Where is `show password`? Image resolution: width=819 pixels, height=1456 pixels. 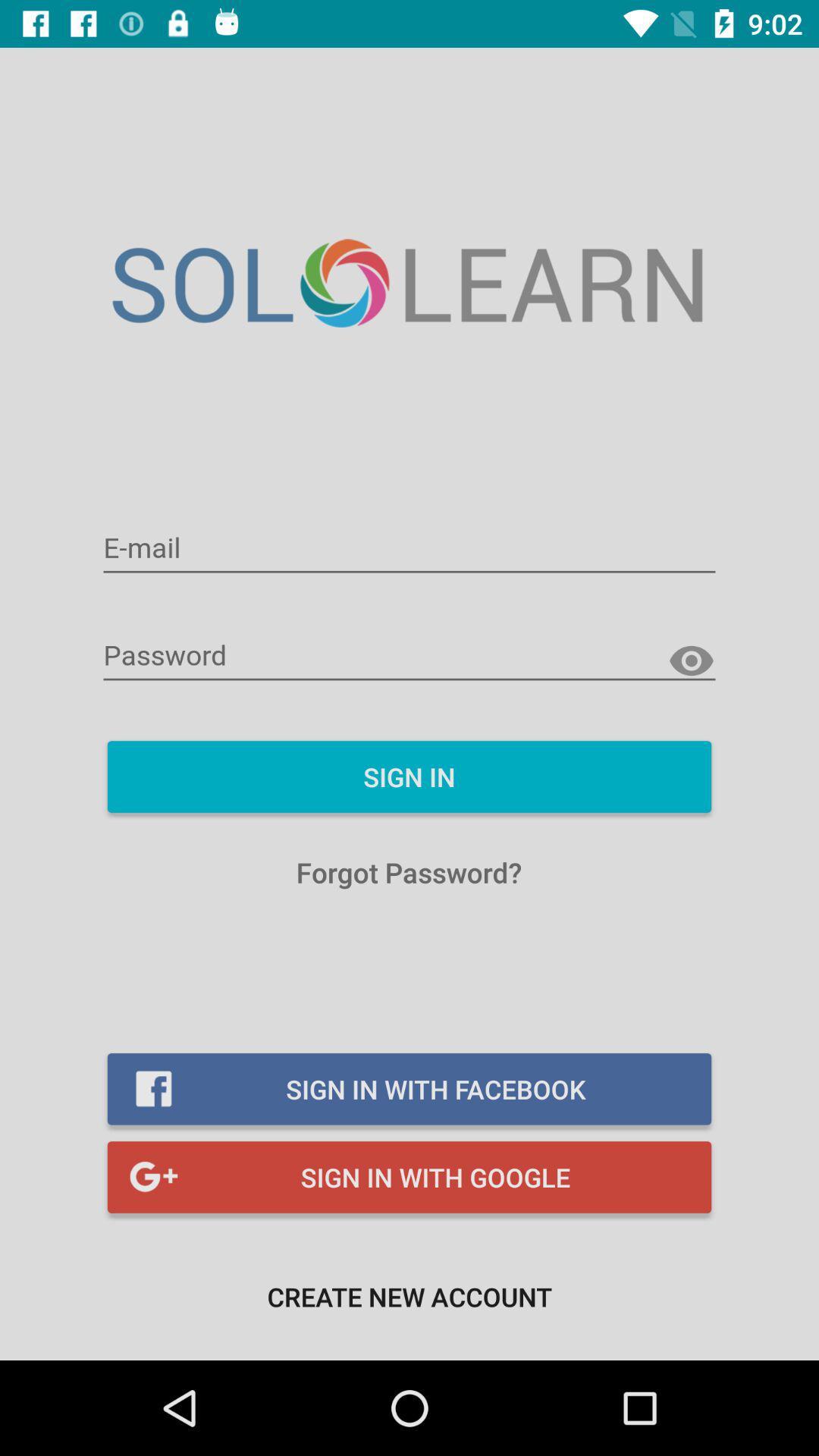
show password is located at coordinates (691, 661).